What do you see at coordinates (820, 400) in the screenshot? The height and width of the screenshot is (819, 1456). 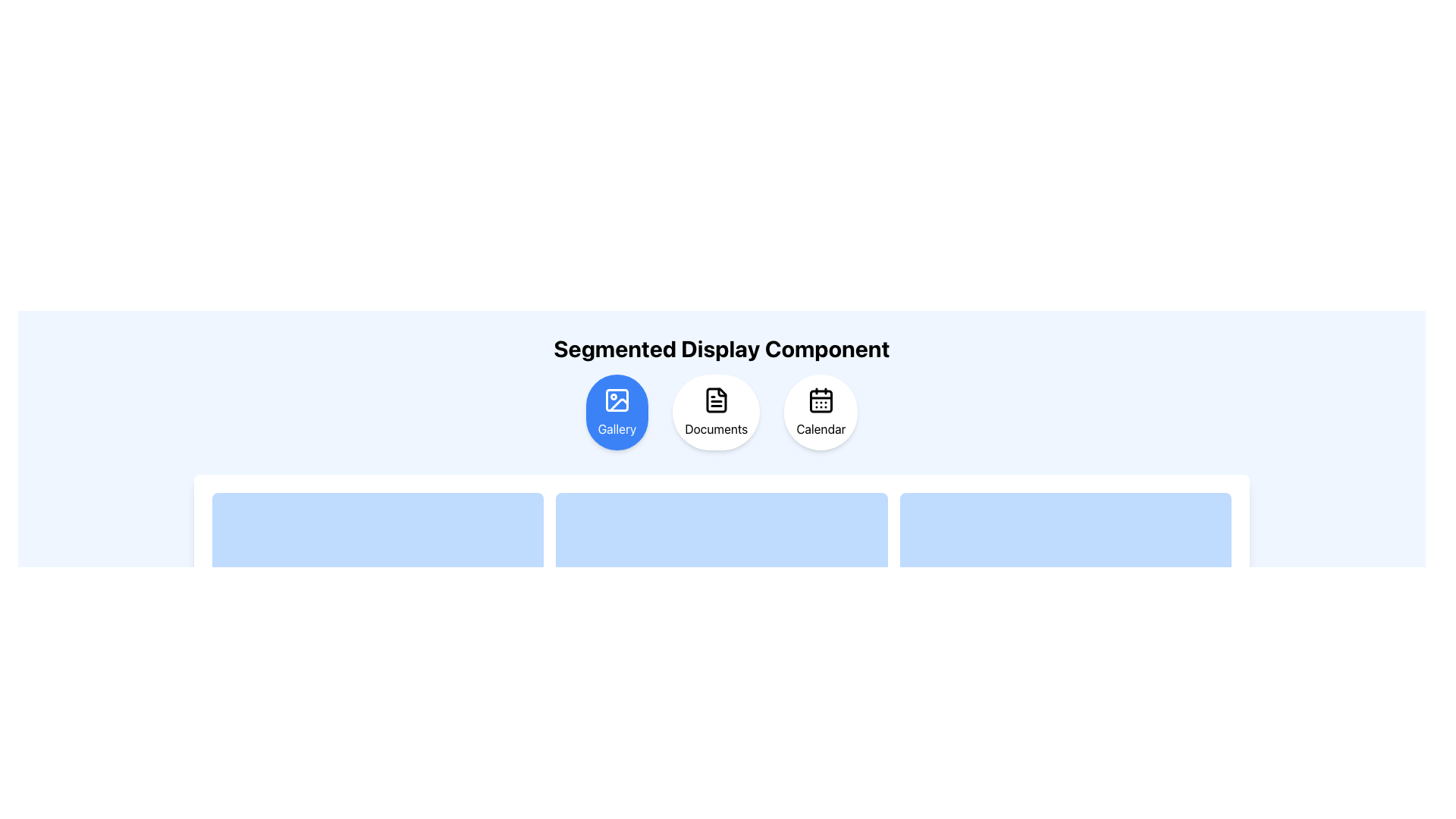 I see `the small rounded rectangle with a black outline that is part of the calendar icon within the 'Calendar' button located in the top-right corner of the interface` at bounding box center [820, 400].